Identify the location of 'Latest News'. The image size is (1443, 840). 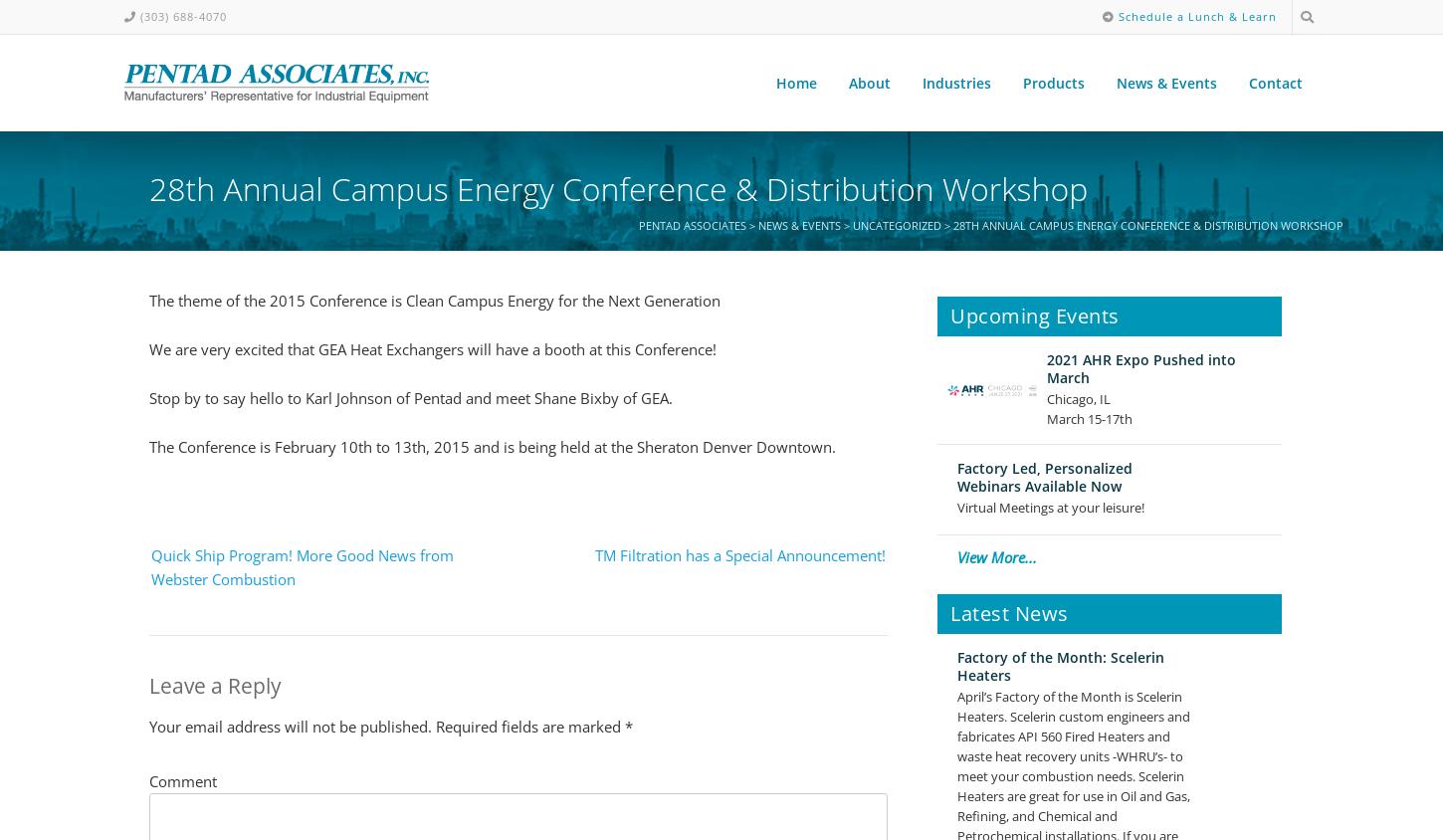
(948, 613).